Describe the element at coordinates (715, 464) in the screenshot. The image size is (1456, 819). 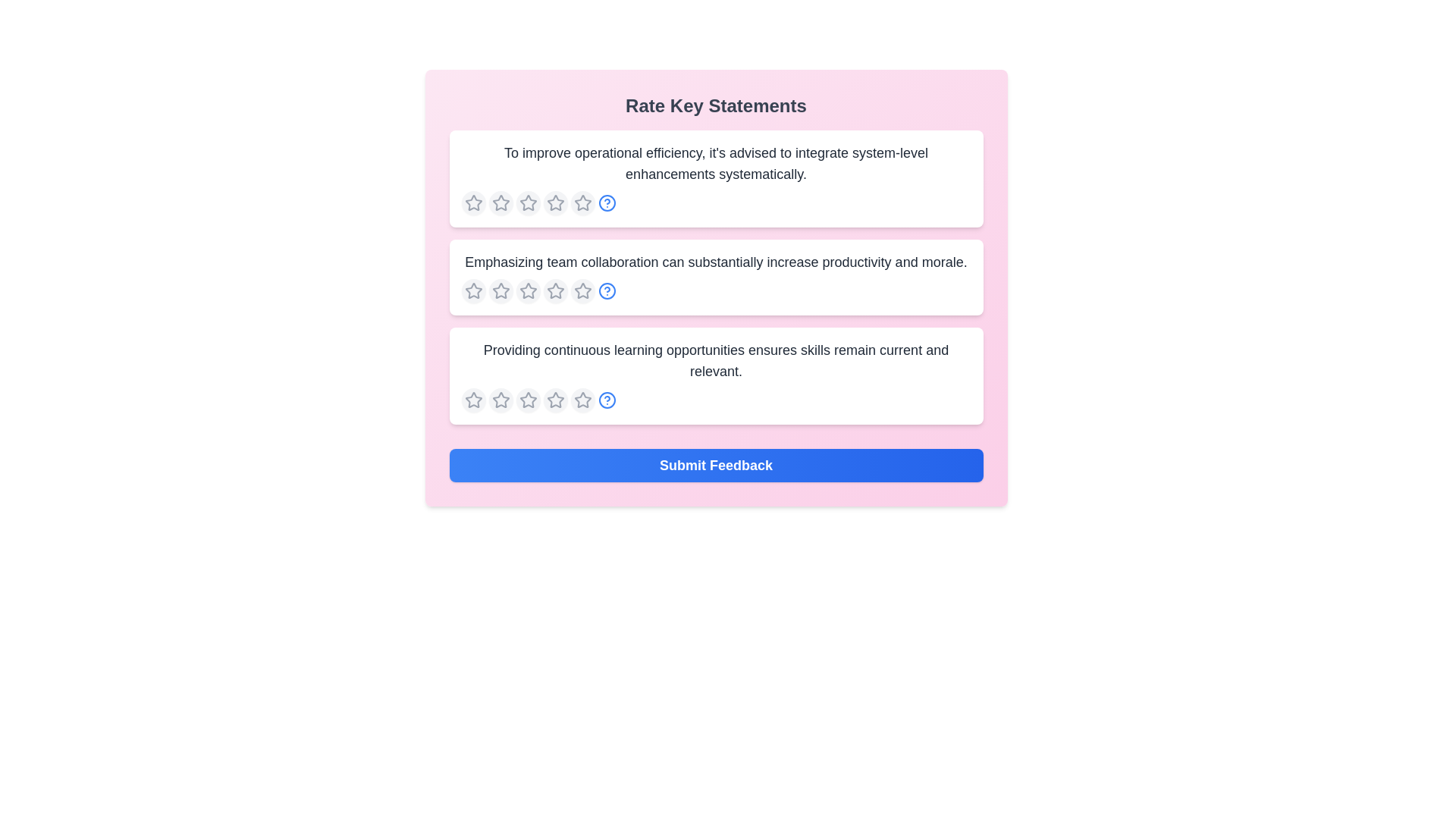
I see `the 'Submit Feedback' button` at that location.